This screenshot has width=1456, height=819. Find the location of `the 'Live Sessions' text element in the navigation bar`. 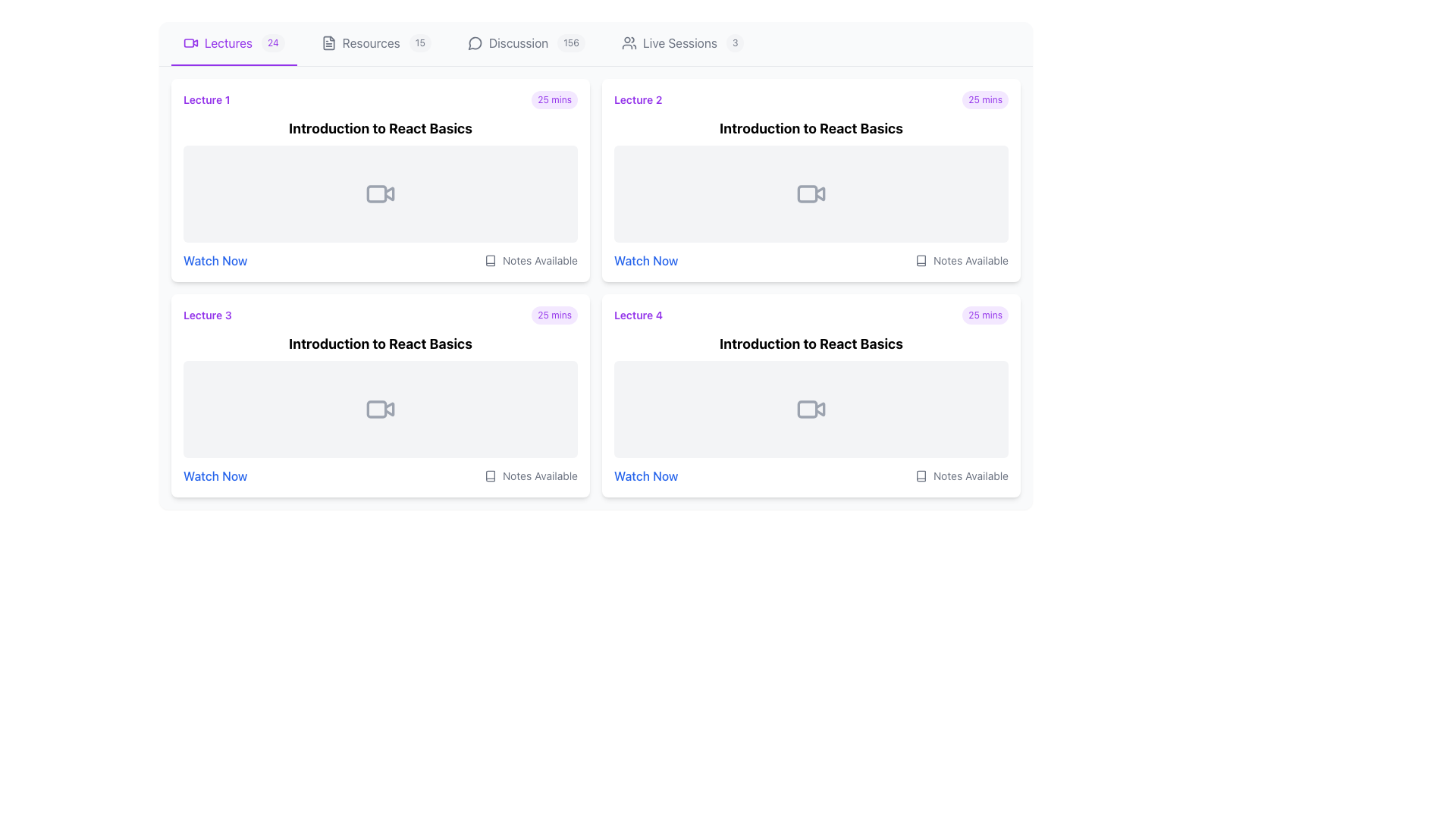

the 'Live Sessions' text element in the navigation bar is located at coordinates (679, 42).